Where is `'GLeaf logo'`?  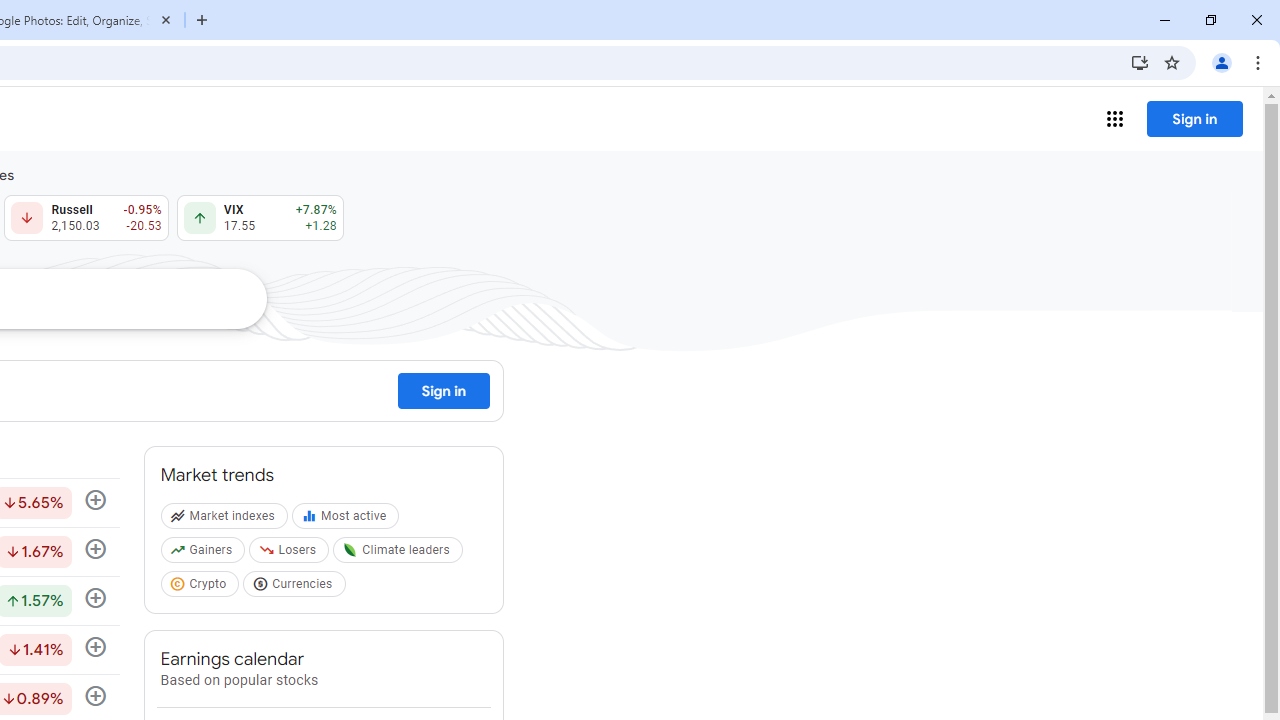
'GLeaf logo' is located at coordinates (350, 550).